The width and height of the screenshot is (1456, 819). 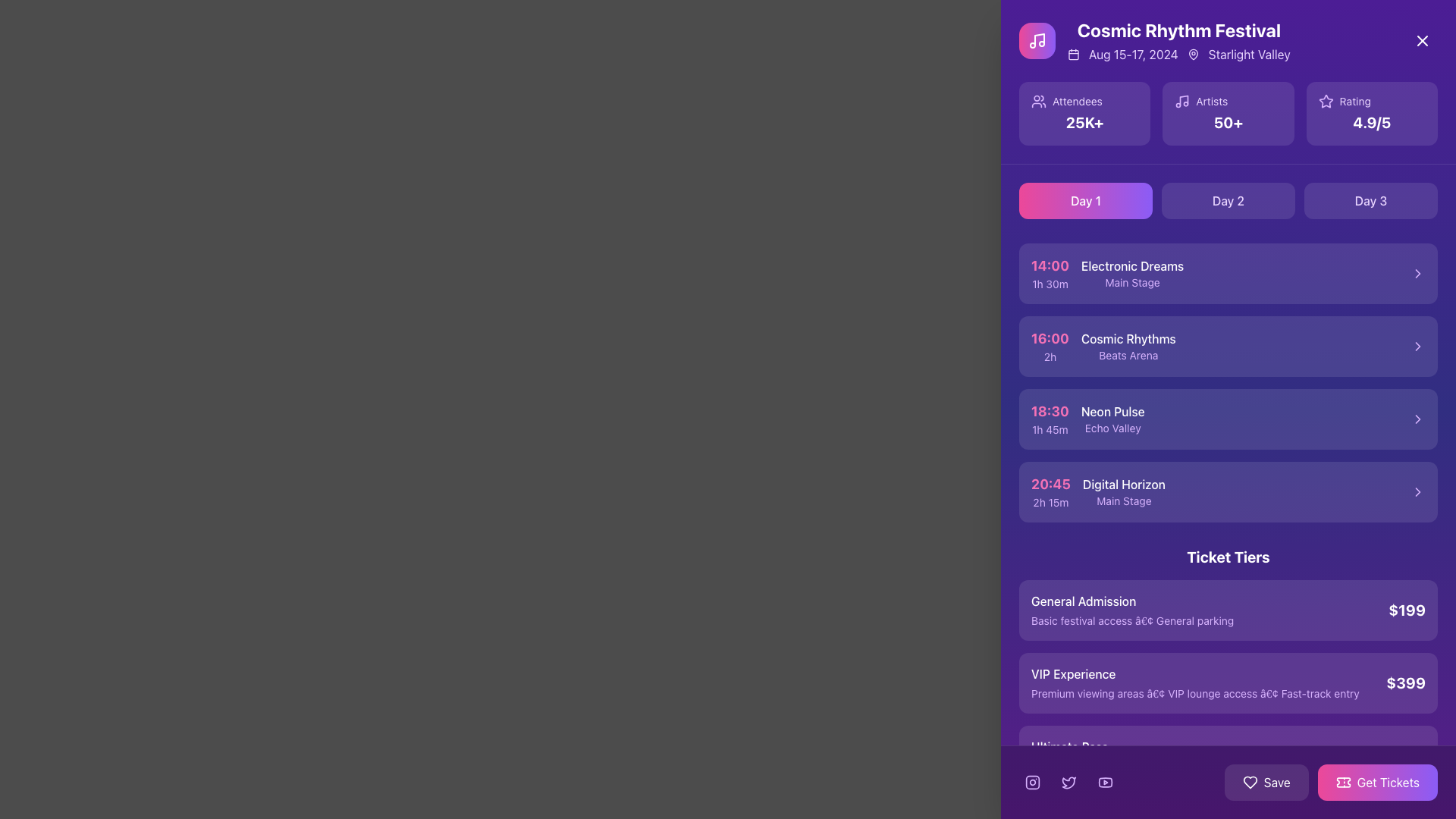 What do you see at coordinates (1417, 491) in the screenshot?
I see `the navigational icon located to the right of the 'Digital Horizon' entry in the events section of the interface` at bounding box center [1417, 491].